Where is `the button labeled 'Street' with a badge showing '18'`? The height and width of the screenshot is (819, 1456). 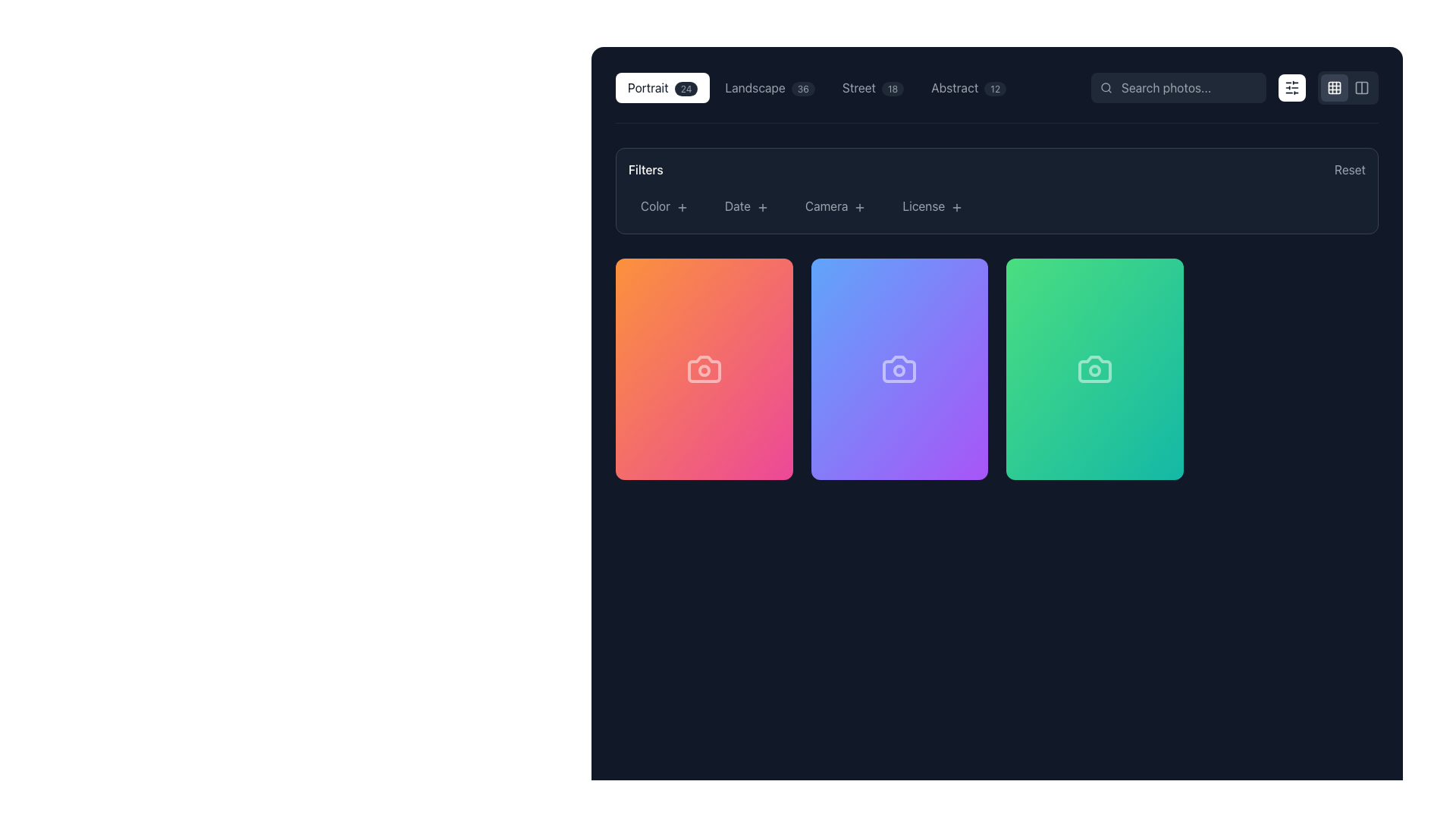
the button labeled 'Street' with a badge showing '18' is located at coordinates (873, 87).